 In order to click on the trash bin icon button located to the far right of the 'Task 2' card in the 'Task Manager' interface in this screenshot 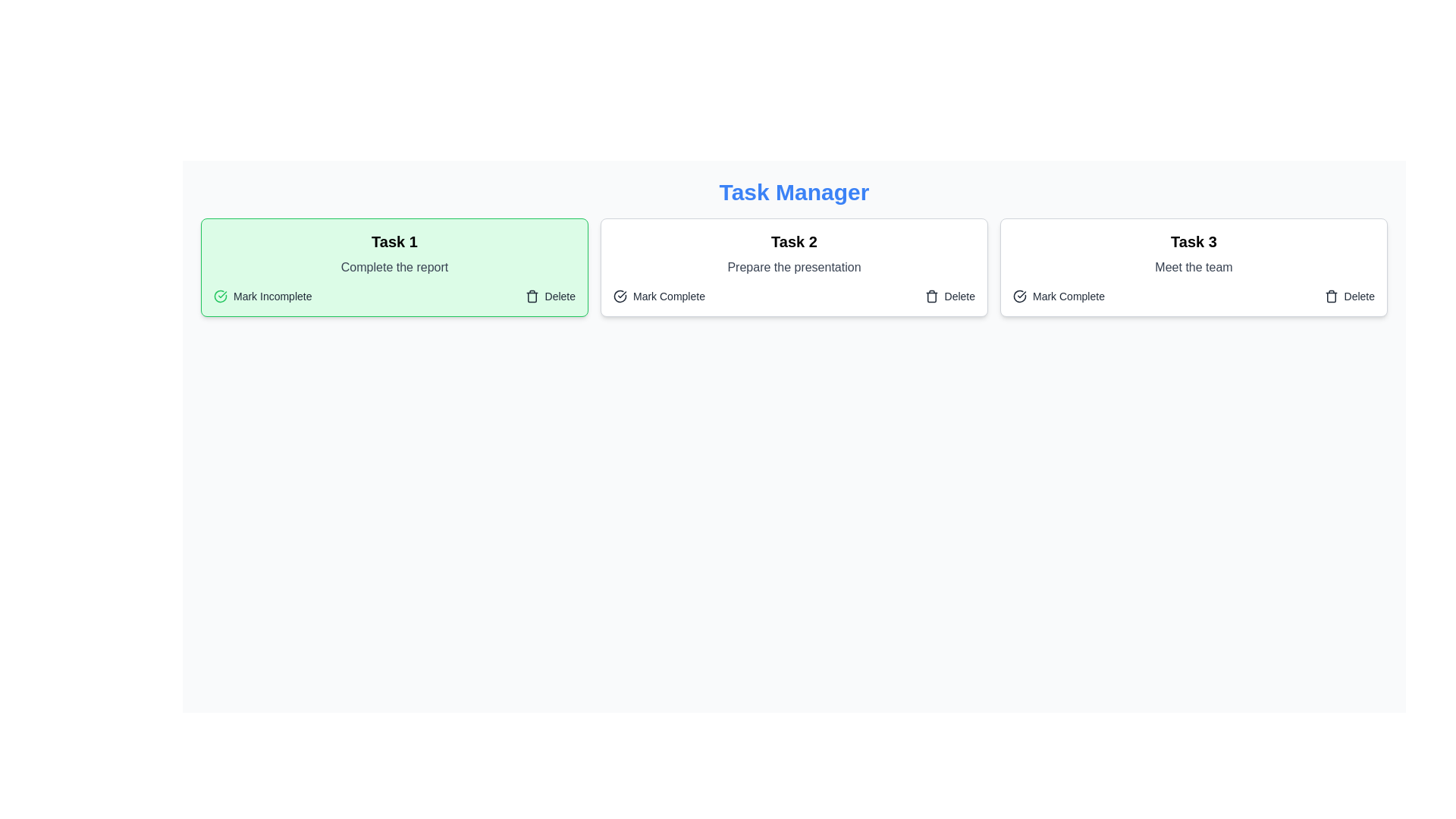, I will do `click(930, 296)`.